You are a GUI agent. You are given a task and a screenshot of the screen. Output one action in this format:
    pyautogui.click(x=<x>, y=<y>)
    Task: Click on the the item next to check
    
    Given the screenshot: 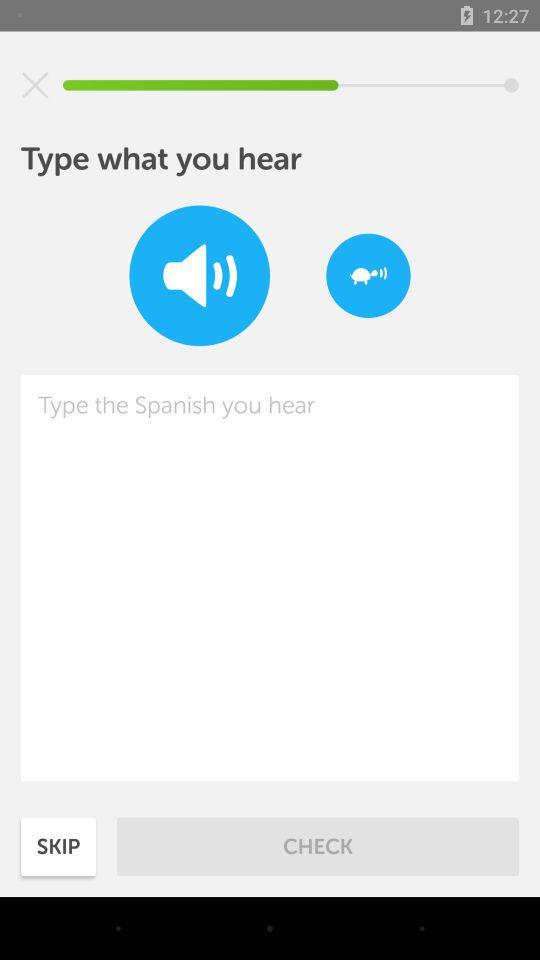 What is the action you would take?
    pyautogui.click(x=58, y=845)
    